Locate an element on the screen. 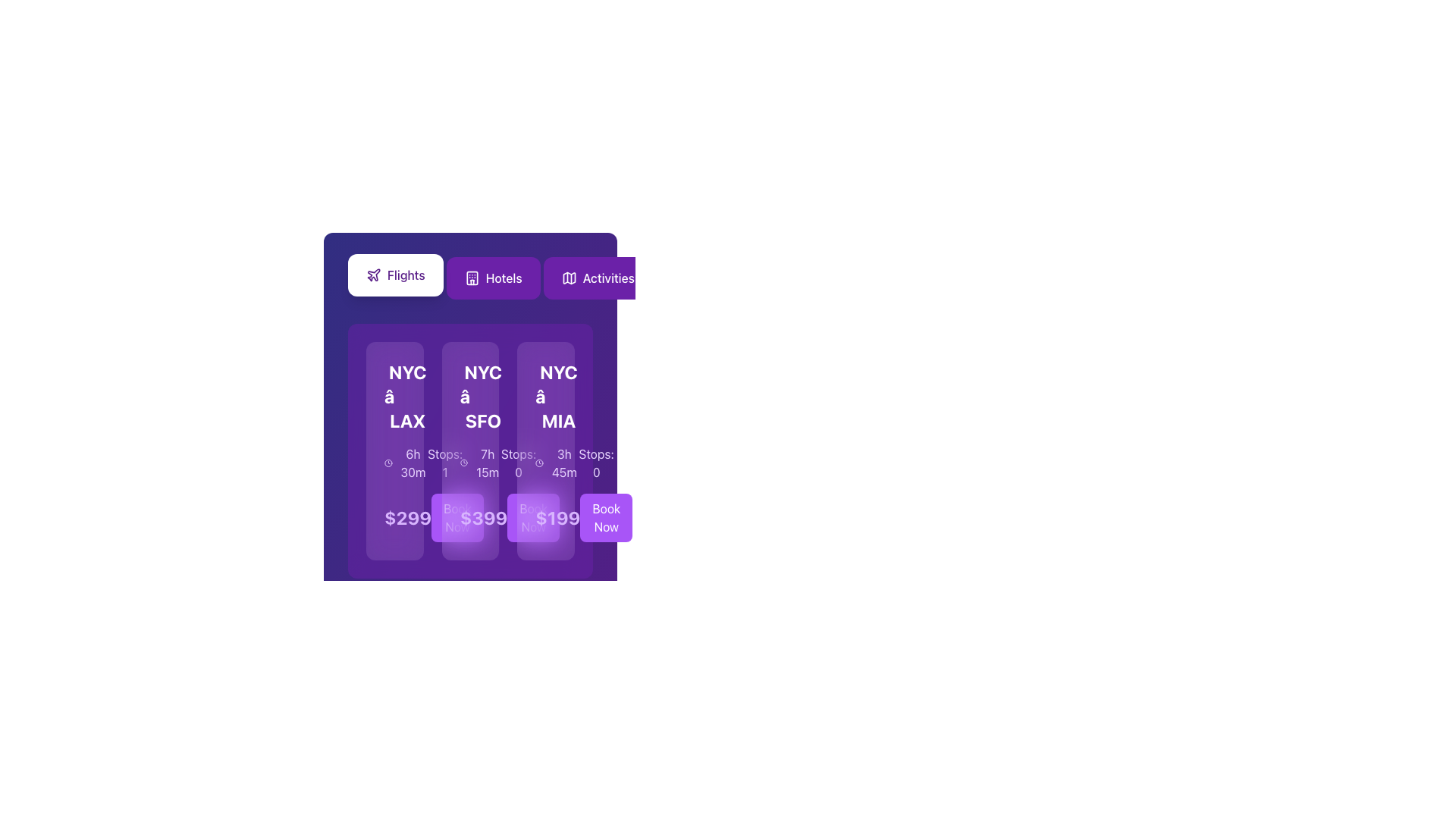 This screenshot has height=819, width=1456. the text label displaying 'NYC â→ LAX' by keyboard navigation is located at coordinates (407, 396).